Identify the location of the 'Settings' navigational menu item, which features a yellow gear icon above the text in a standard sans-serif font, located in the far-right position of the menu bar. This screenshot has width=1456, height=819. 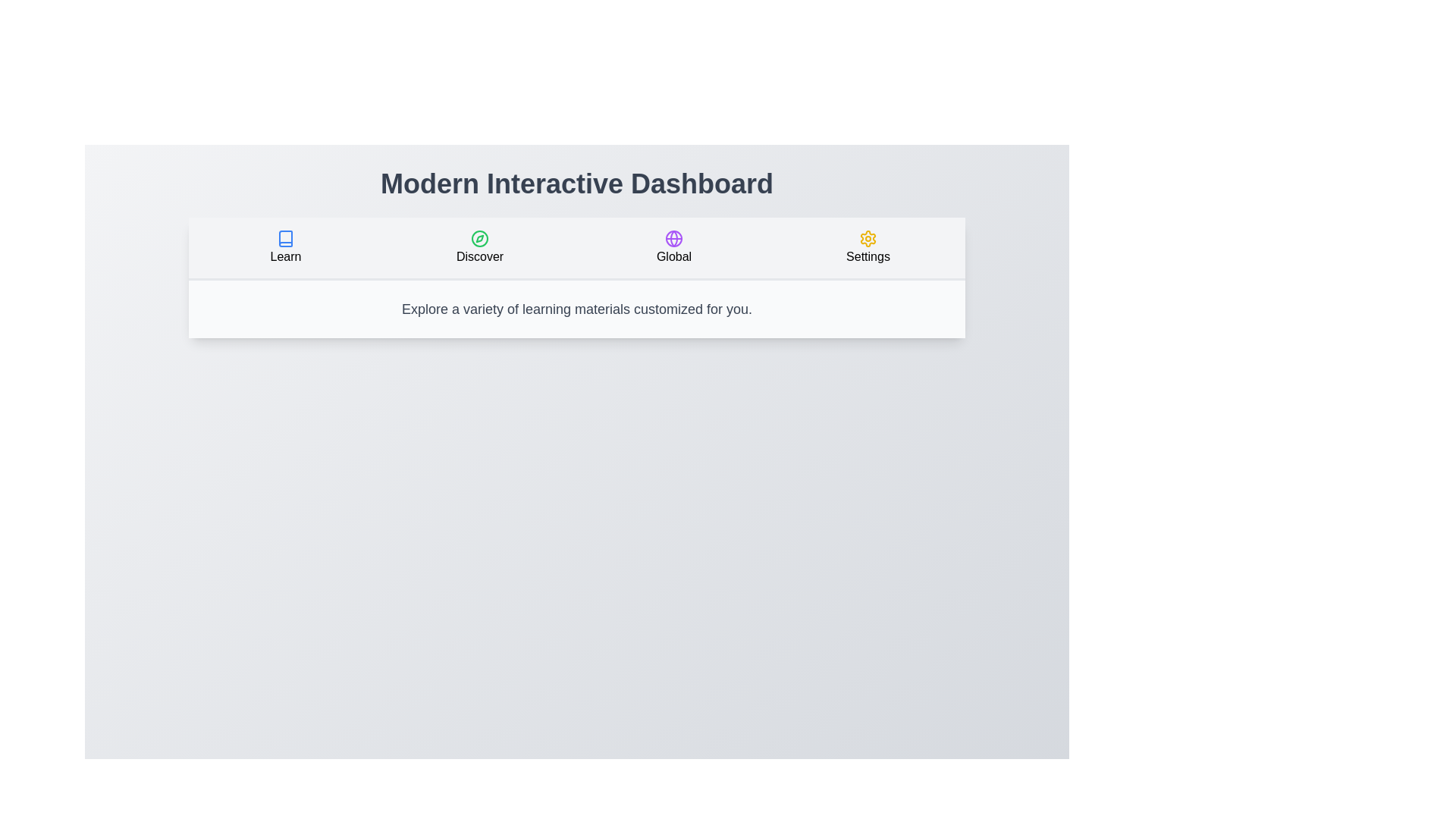
(868, 247).